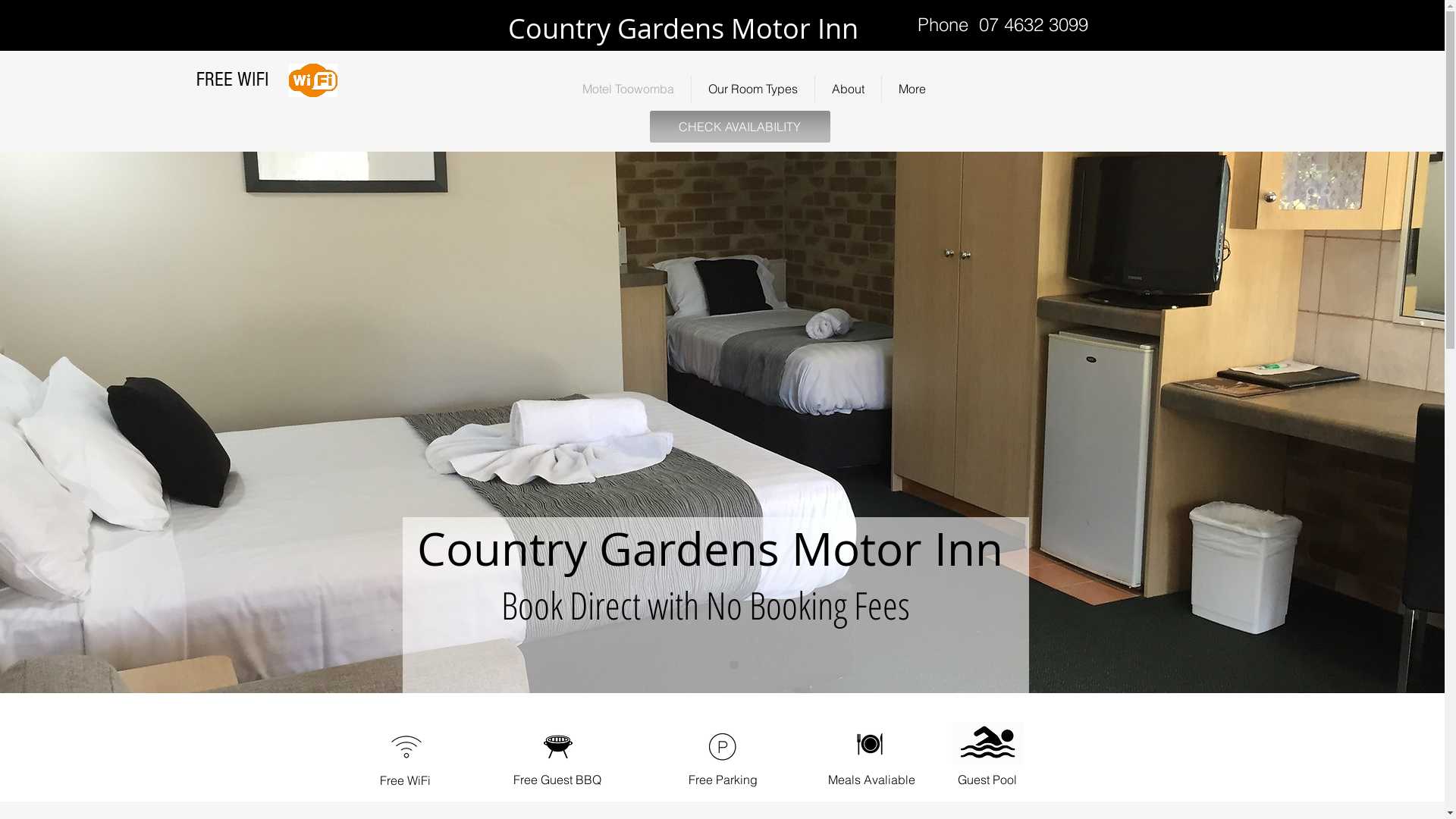 The width and height of the screenshot is (1456, 819). What do you see at coordinates (648, 125) in the screenshot?
I see `'CHECK AVAILABILITY'` at bounding box center [648, 125].